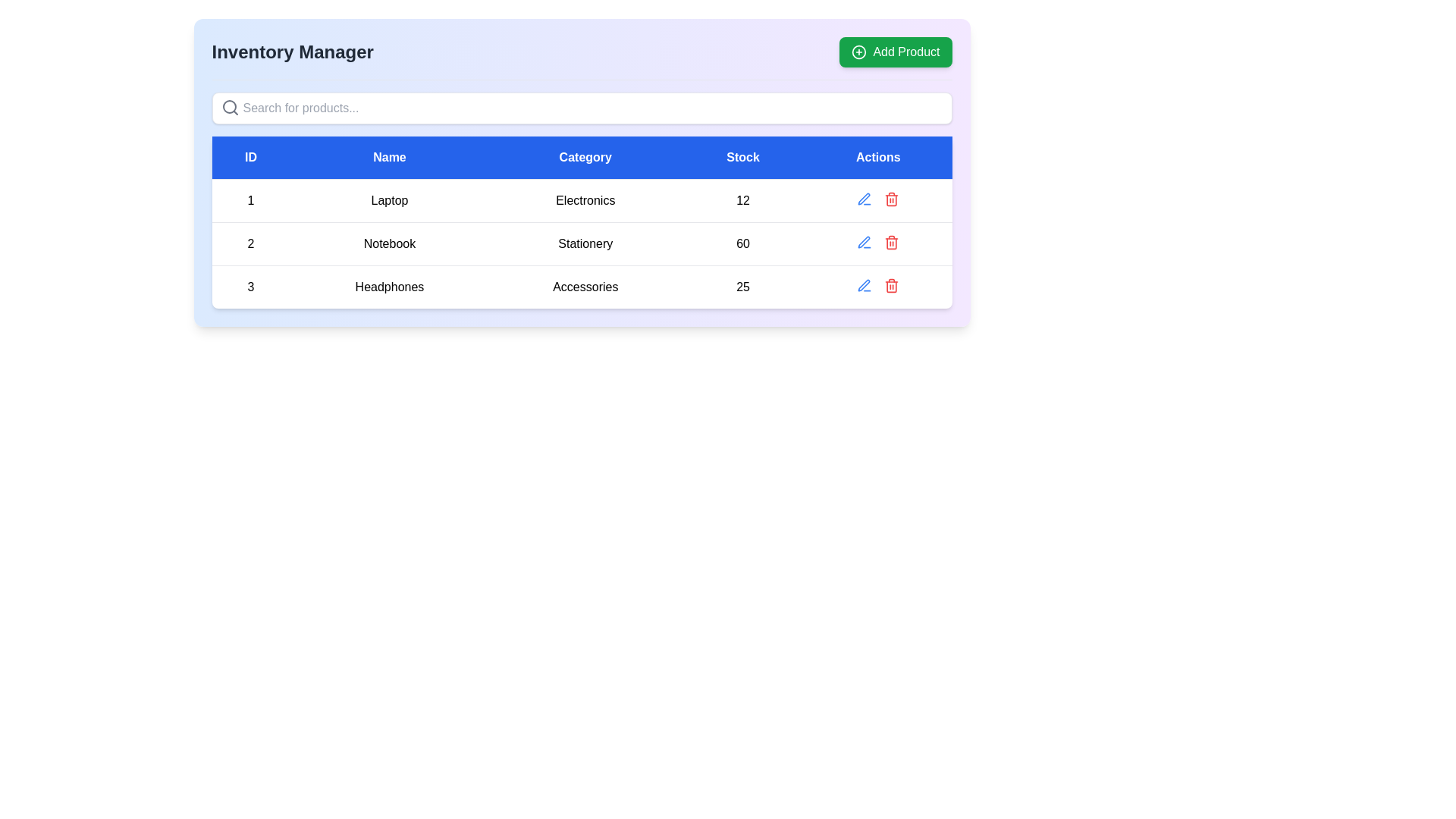 Image resolution: width=1456 pixels, height=819 pixels. I want to click on the pencil (edit) icon button located in the 'Actions' column of the row for 'Headphones' to initiate the edit action, so click(864, 242).